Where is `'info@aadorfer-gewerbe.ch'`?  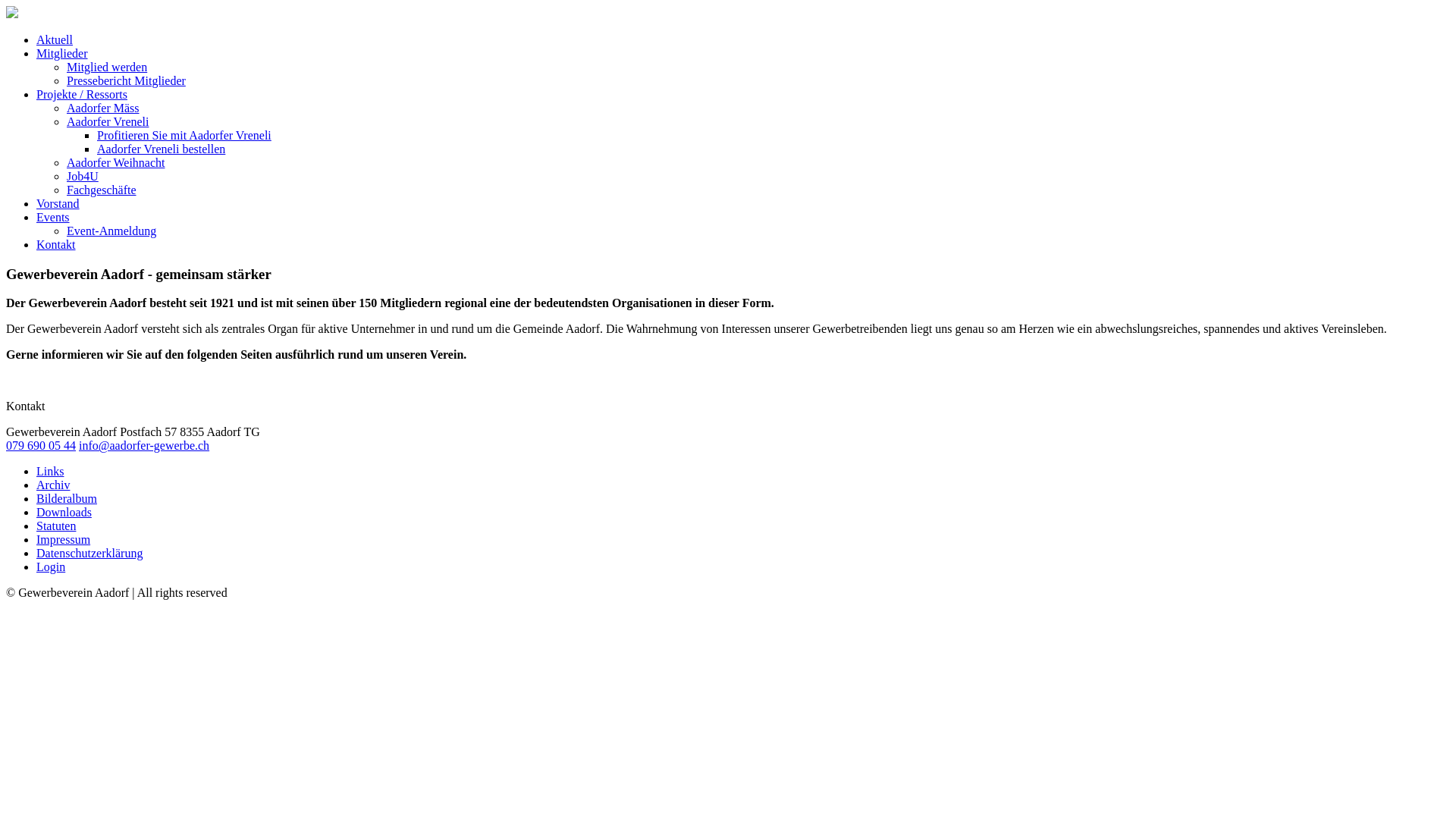
'info@aadorfer-gewerbe.ch' is located at coordinates (144, 444).